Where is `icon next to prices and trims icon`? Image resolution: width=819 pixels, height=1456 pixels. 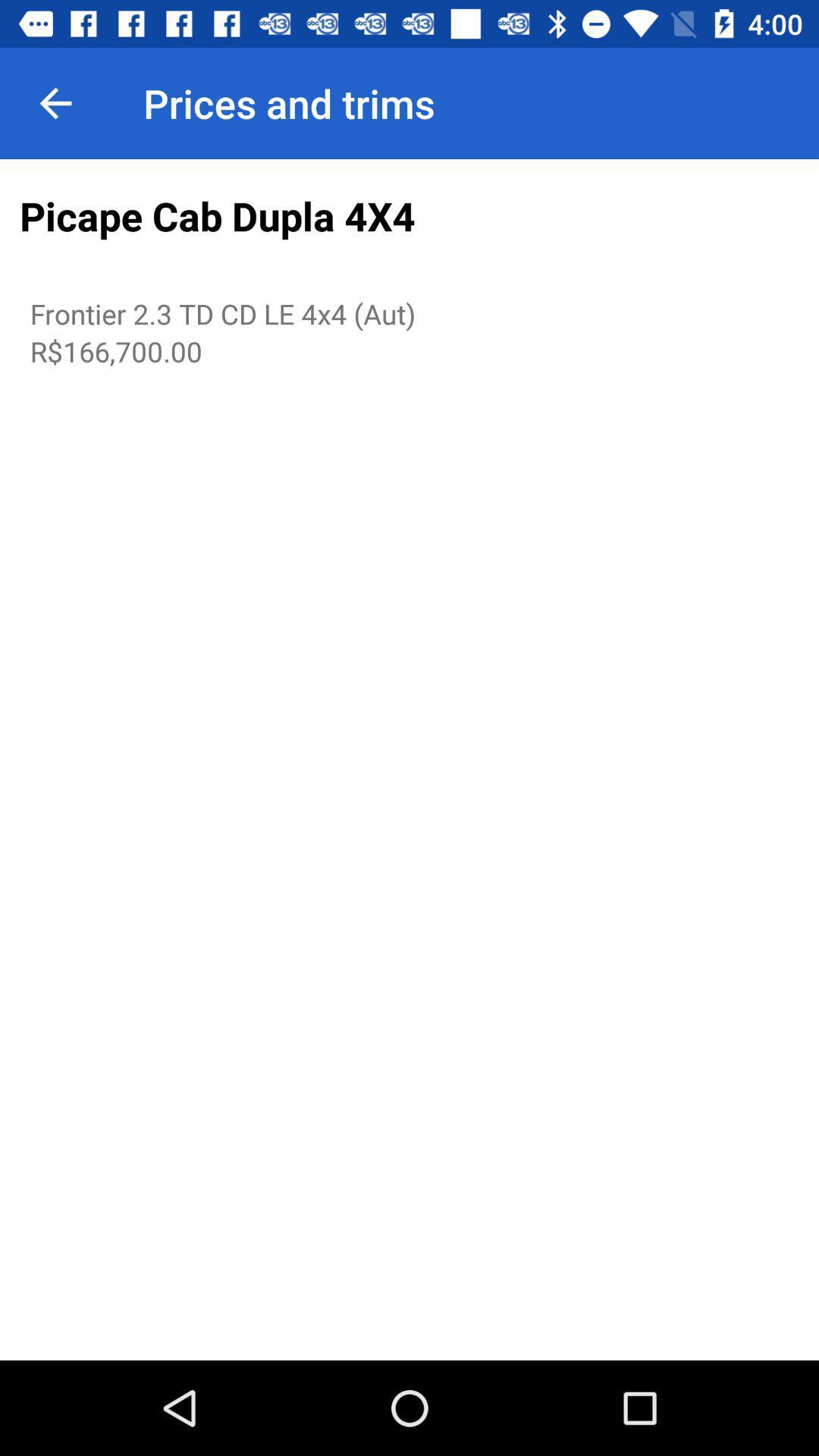
icon next to prices and trims icon is located at coordinates (55, 102).